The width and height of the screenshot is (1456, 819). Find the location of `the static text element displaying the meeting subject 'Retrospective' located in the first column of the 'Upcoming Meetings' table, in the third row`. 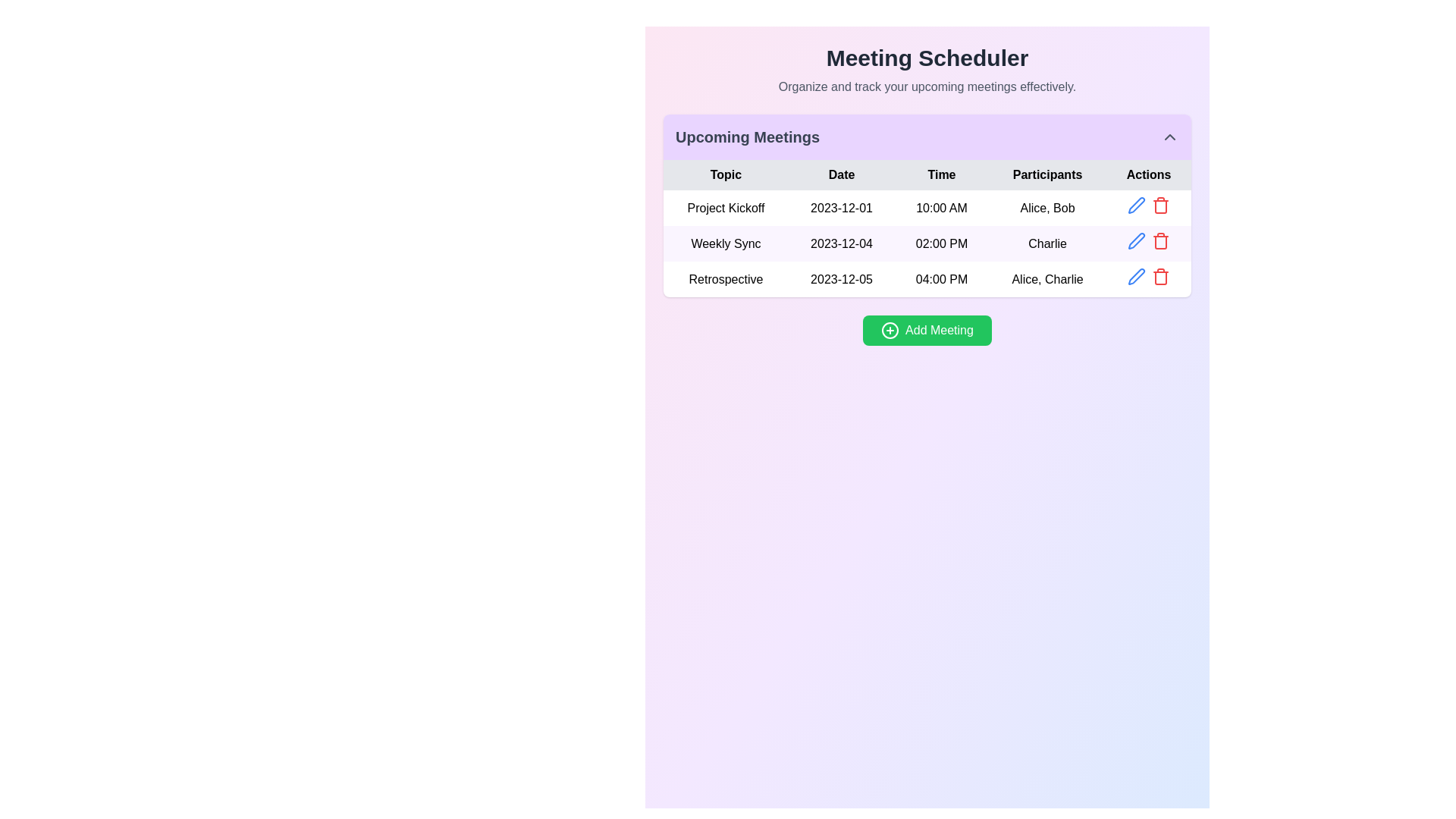

the static text element displaying the meeting subject 'Retrospective' located in the first column of the 'Upcoming Meetings' table, in the third row is located at coordinates (725, 279).